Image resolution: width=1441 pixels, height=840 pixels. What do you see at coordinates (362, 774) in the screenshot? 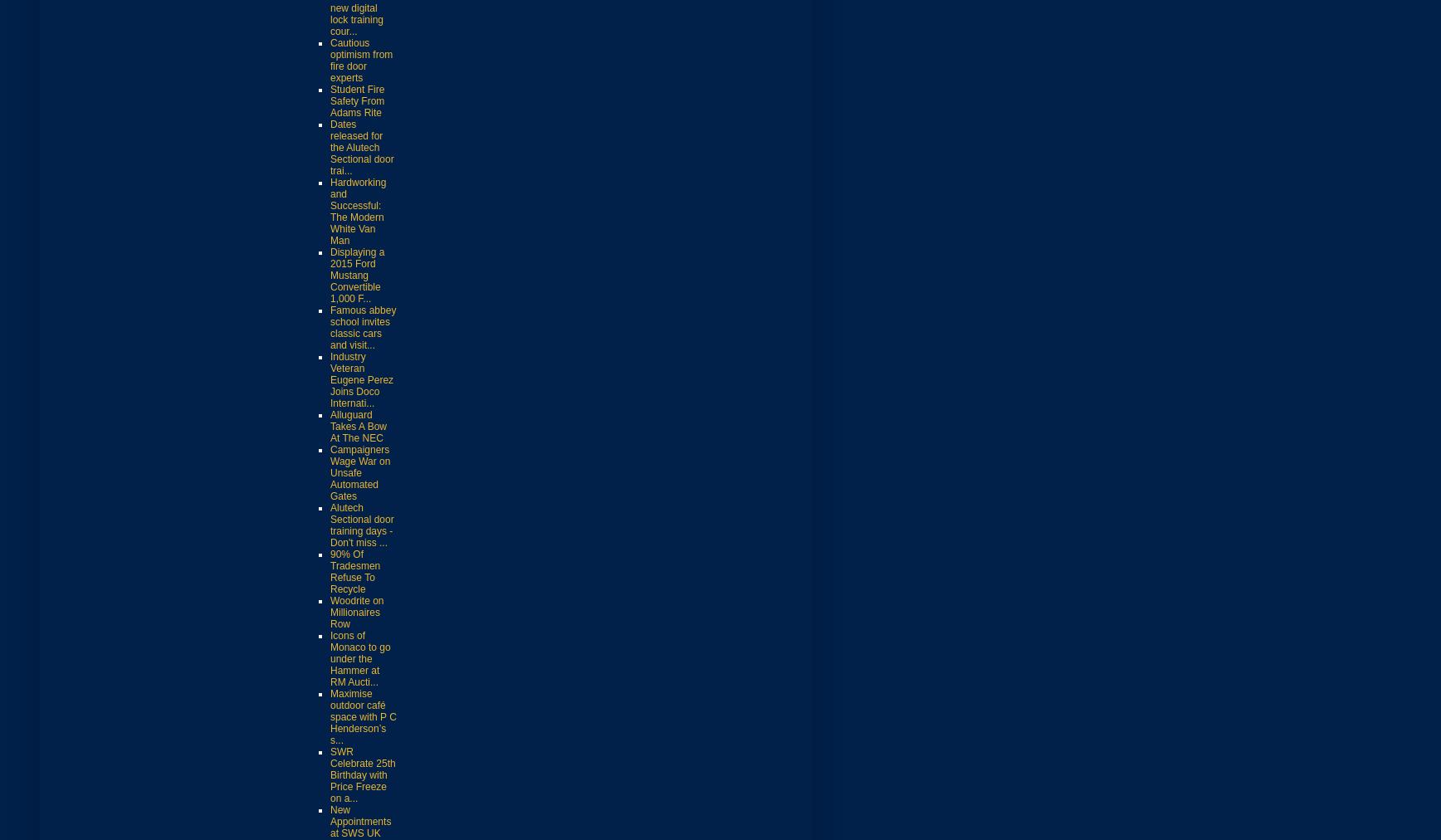
I see `'SWR Celebrate 25th Birthday with Price Freeze on a...'` at bounding box center [362, 774].